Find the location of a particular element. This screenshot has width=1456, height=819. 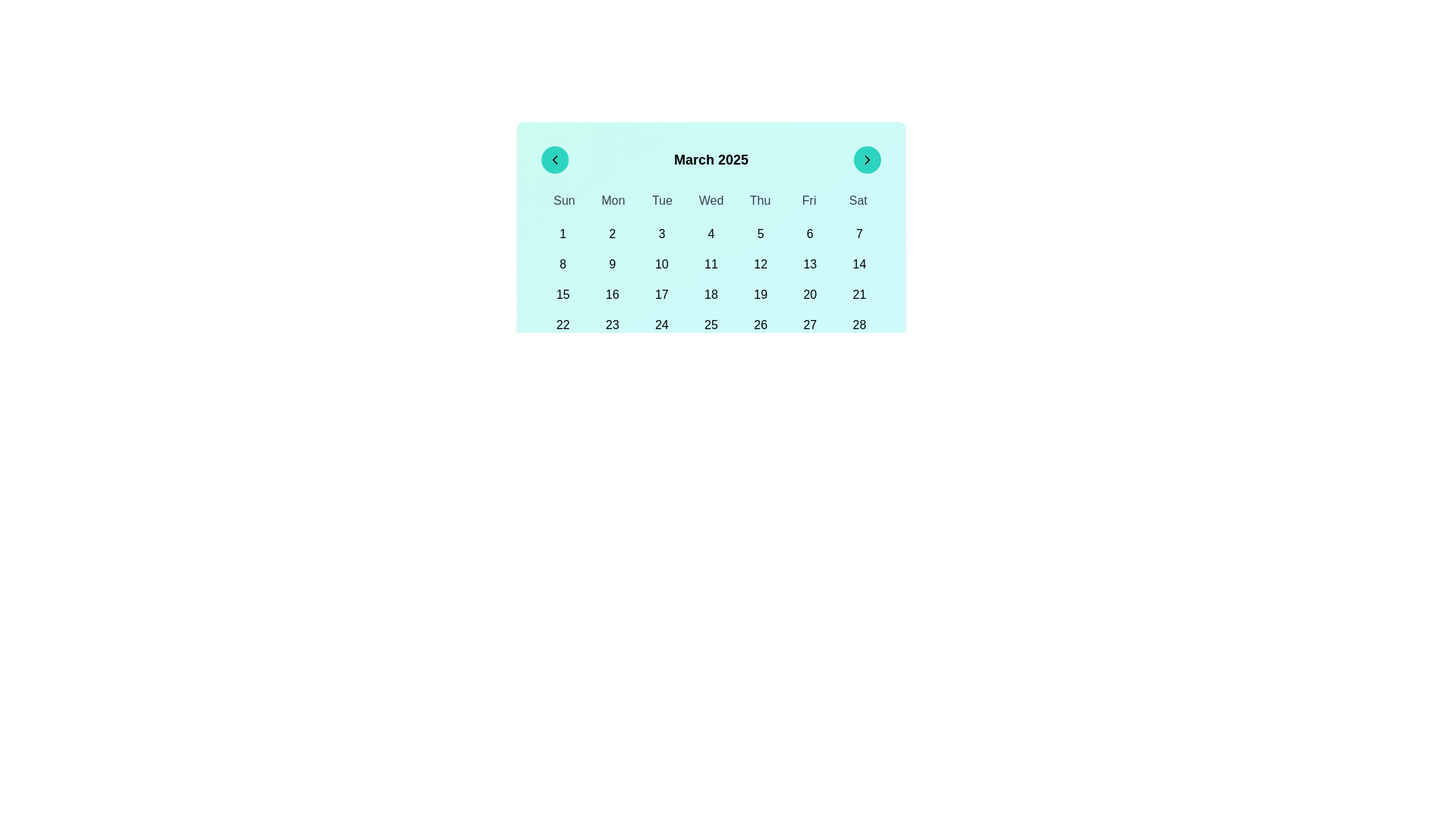

the Interactive calendar day button representing the date 'March 9, 2025' is located at coordinates (612, 263).